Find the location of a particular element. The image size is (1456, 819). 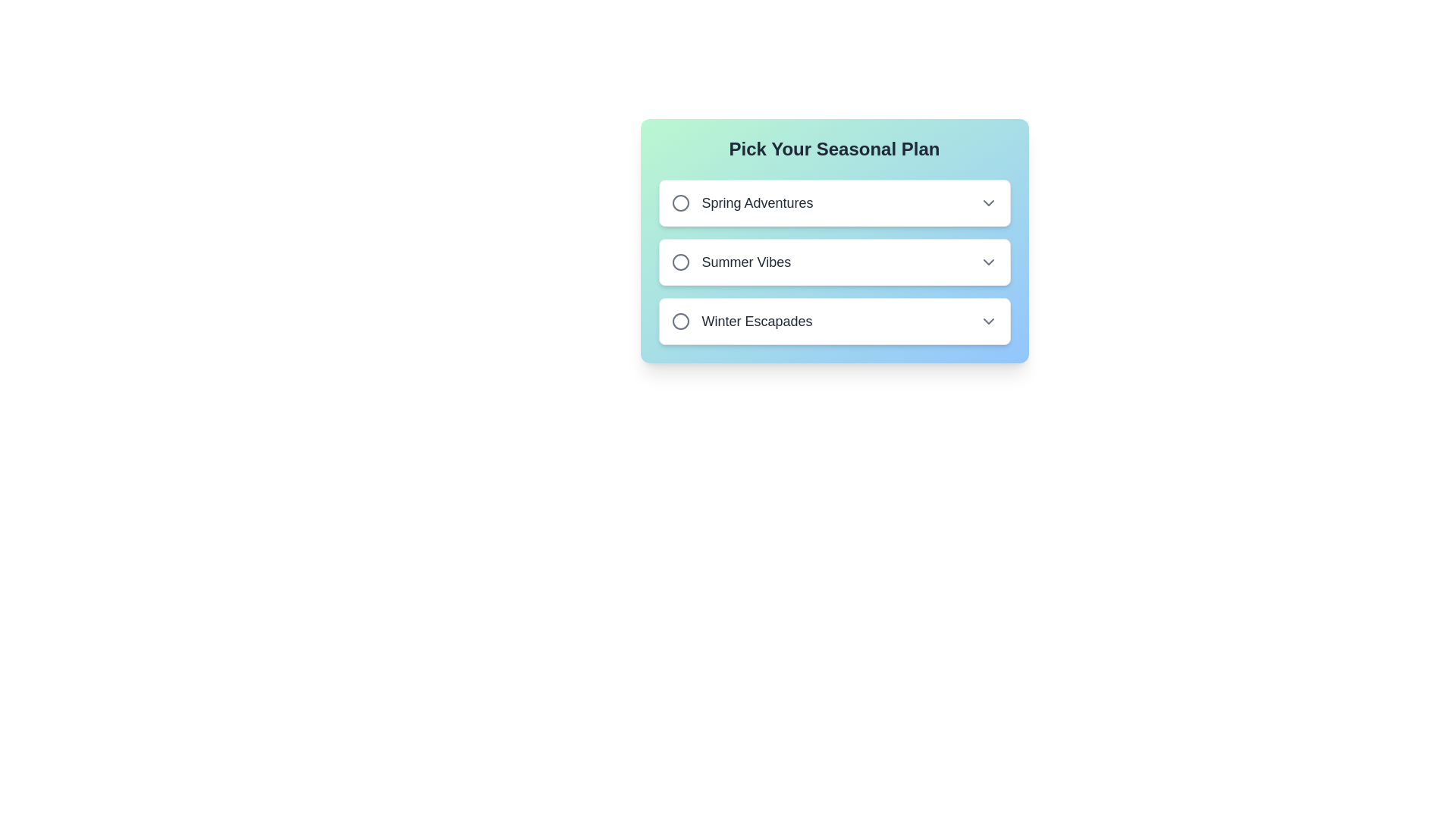

the light rectangular button labeled 'Winter Escapades', the third option below 'Pick Your Seasonal Plan' is located at coordinates (833, 321).